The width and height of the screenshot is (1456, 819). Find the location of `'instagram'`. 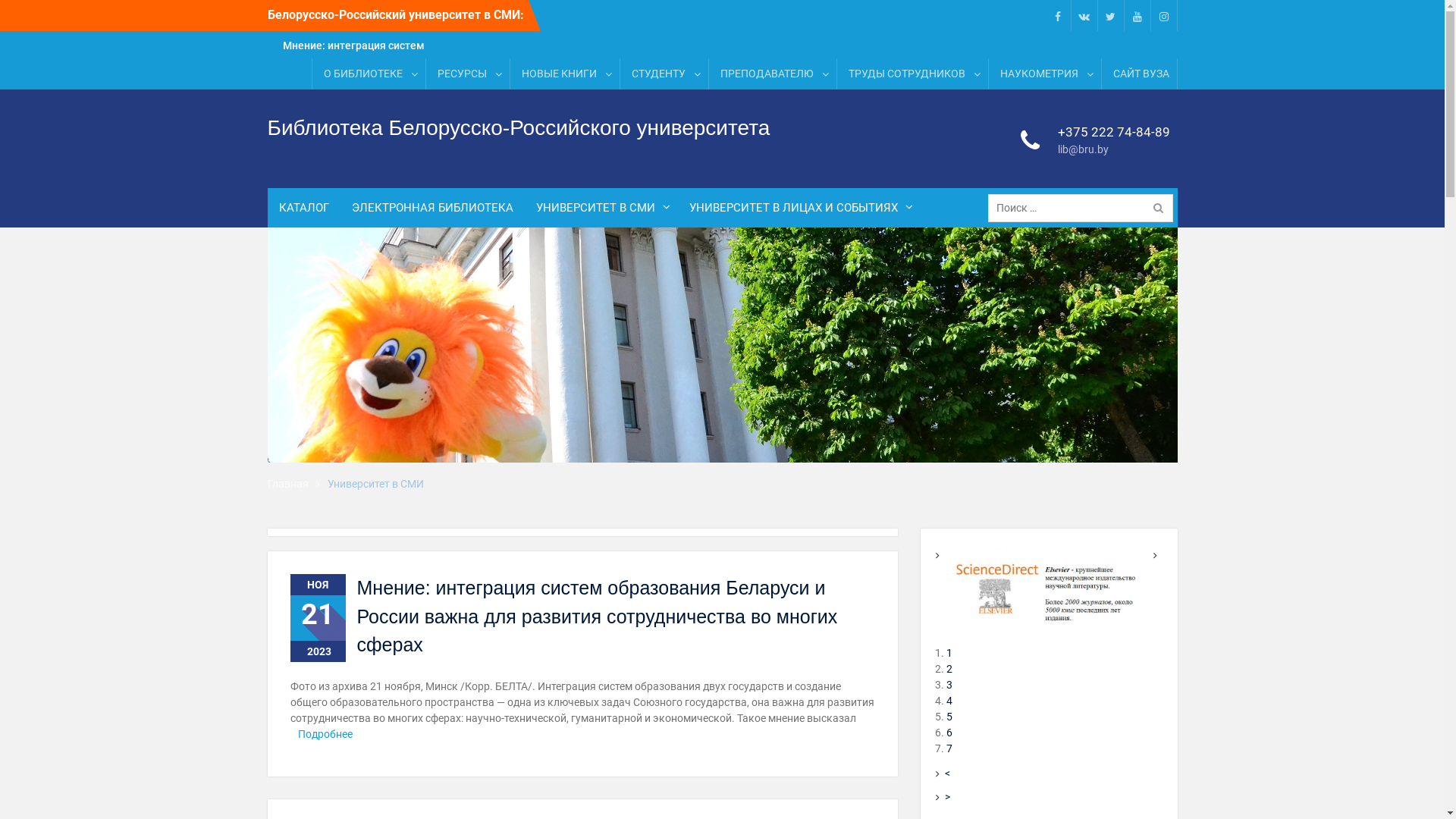

'instagram' is located at coordinates (1163, 15).